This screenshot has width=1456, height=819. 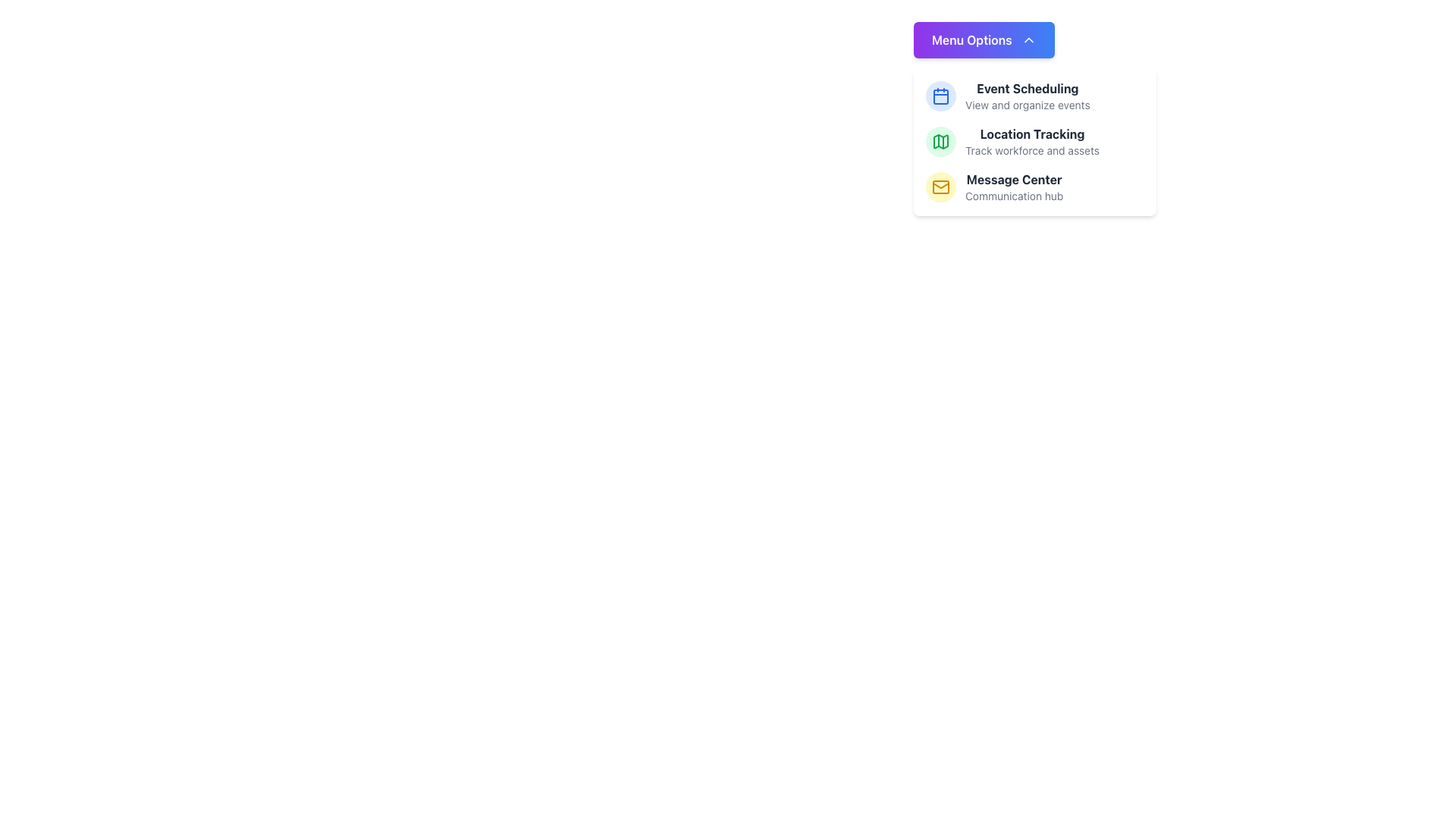 I want to click on the Text Label that provides a descriptive explanation for the 'Event Scheduling' feature, located directly beneath the 'Event Scheduling' title in the dropdown menu, so click(x=1028, y=104).